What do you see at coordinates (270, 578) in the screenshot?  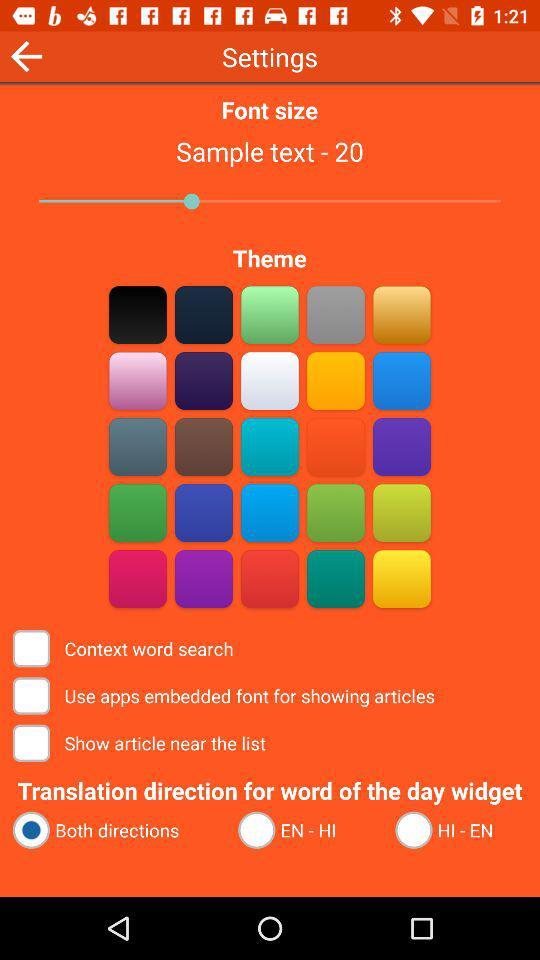 I see `changes colors` at bounding box center [270, 578].